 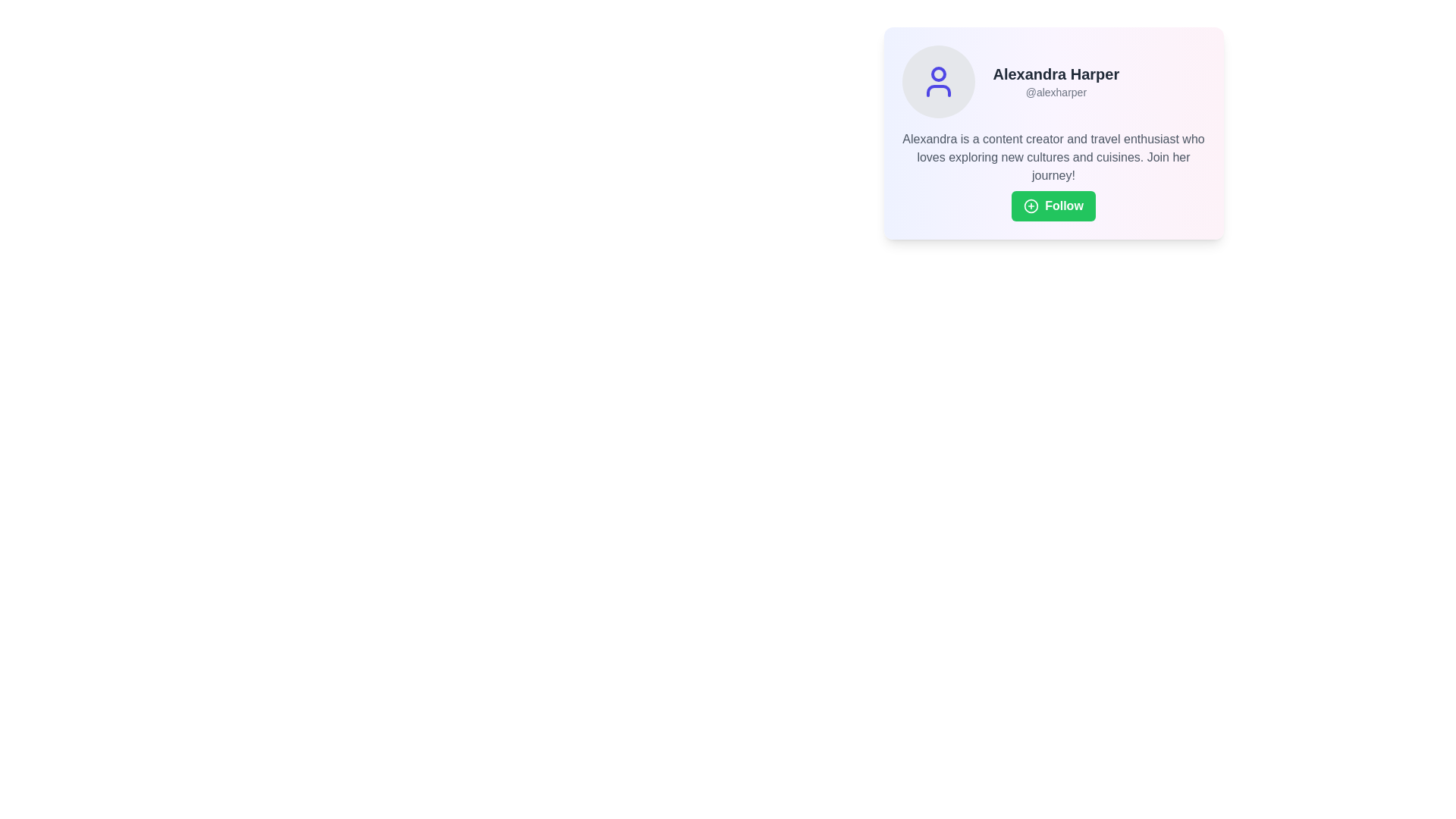 I want to click on the call-to-action button located below the text 'Alexandra is a content creator and travel enthusiast who loves exploring new cultures and cuisines.' to trigger hover effects, so click(x=1053, y=206).